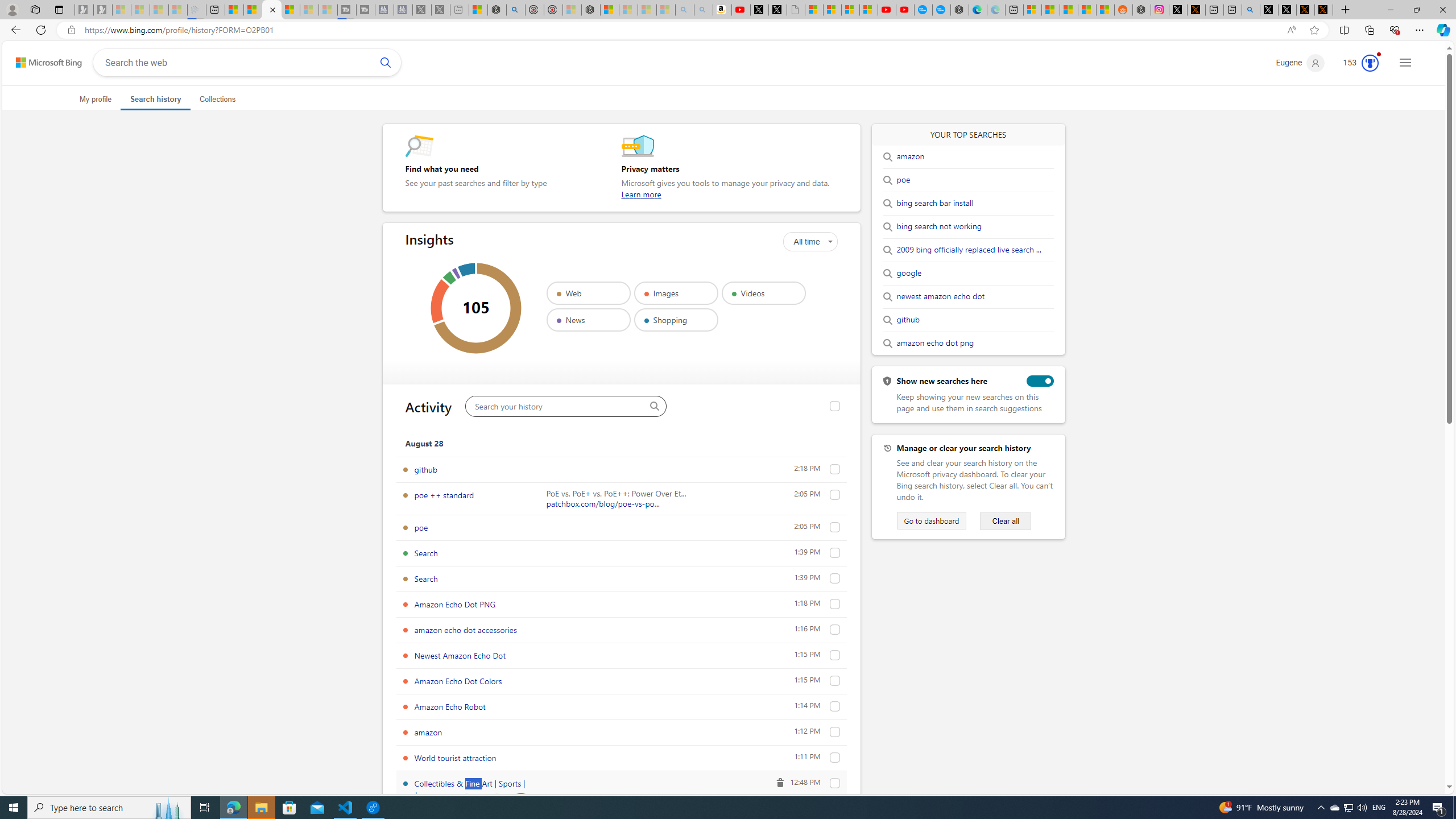 The height and width of the screenshot is (819, 1456). I want to click on 'Read aloud this page (Ctrl+Shift+U)', so click(1291, 30).